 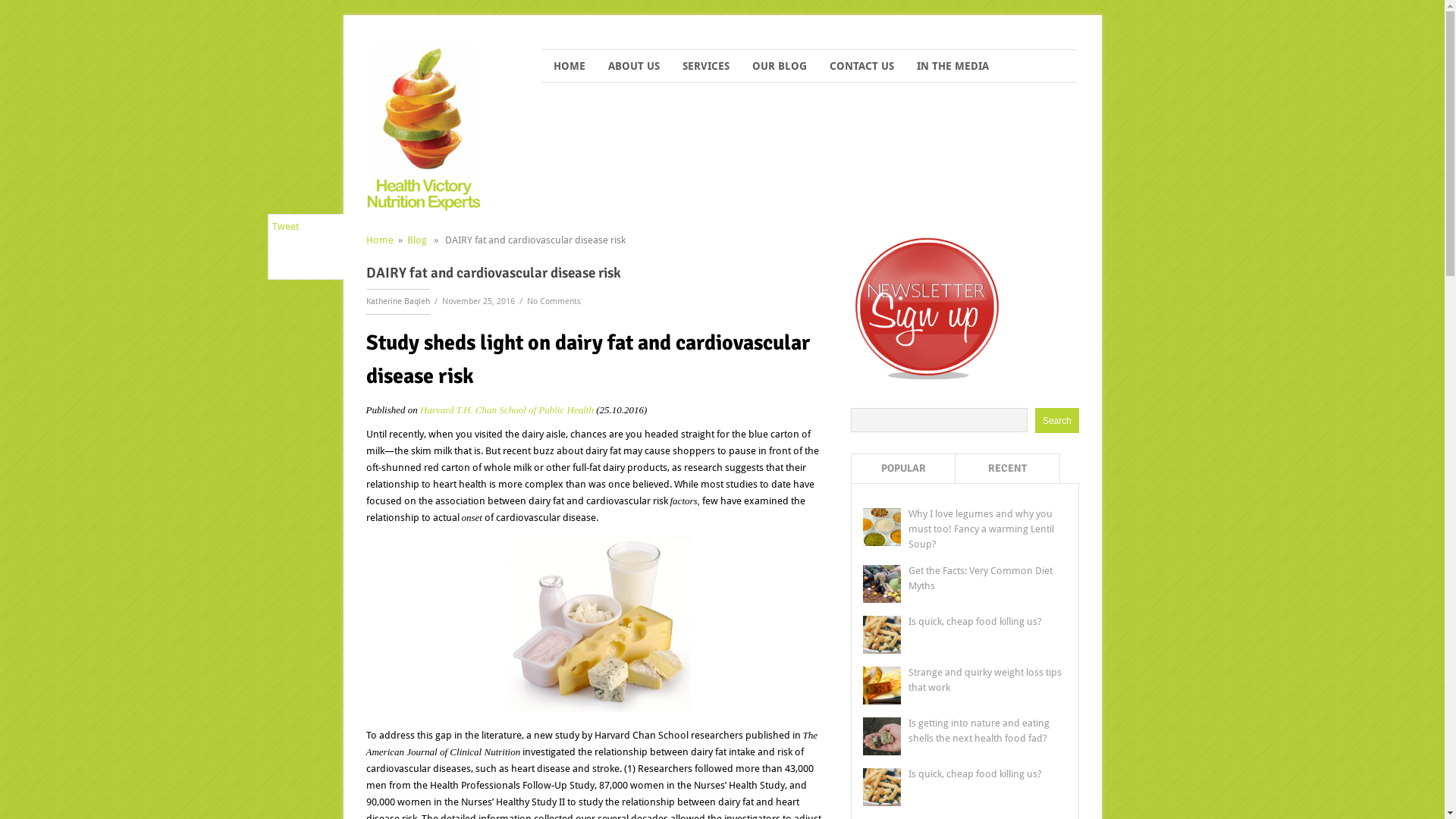 What do you see at coordinates (817, 65) in the screenshot?
I see `'CONTACT US'` at bounding box center [817, 65].